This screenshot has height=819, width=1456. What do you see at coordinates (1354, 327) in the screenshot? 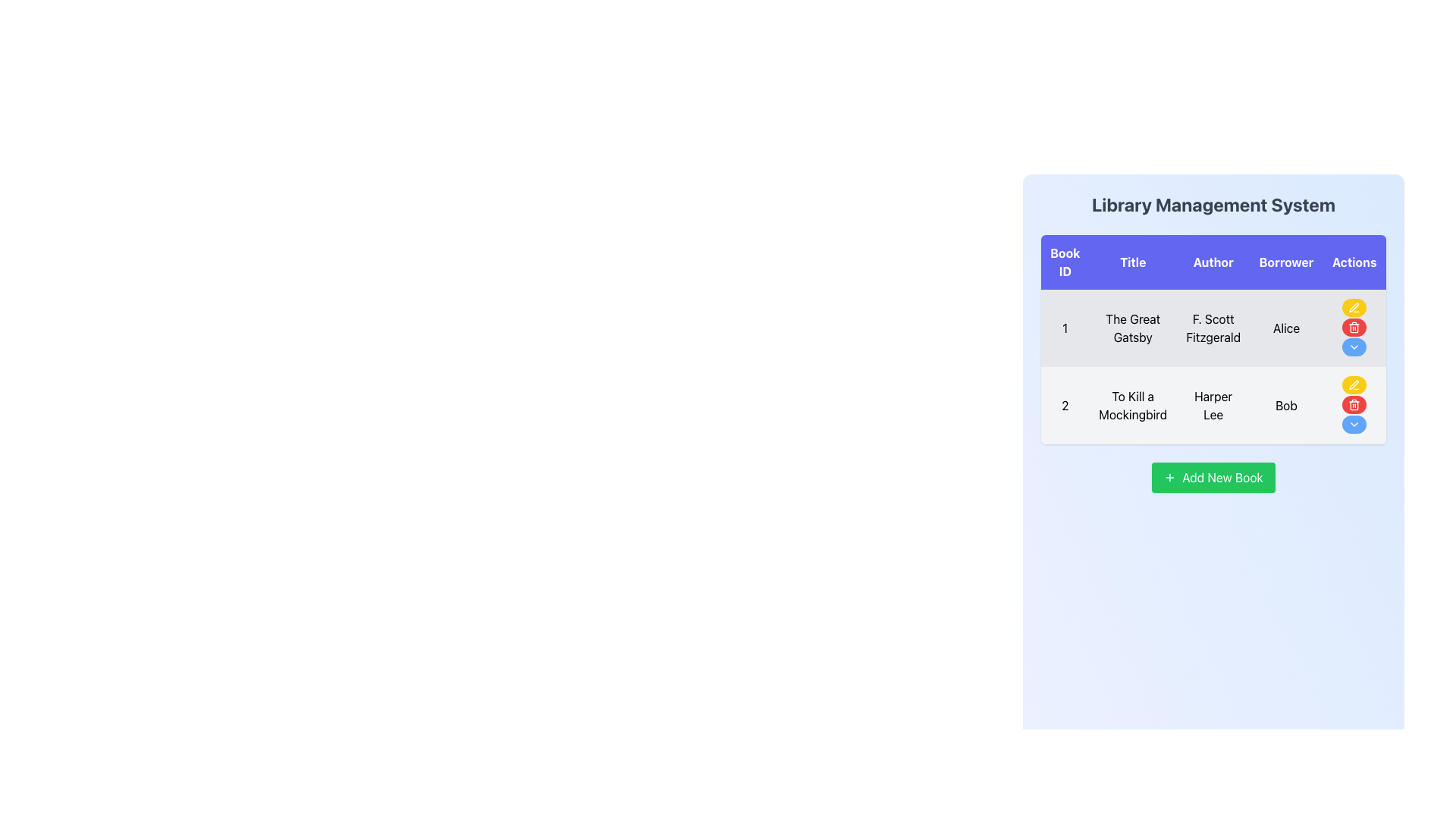
I see `the delete button located in the 'Actions' column of the first row in the 'Library Management System' interface` at bounding box center [1354, 327].